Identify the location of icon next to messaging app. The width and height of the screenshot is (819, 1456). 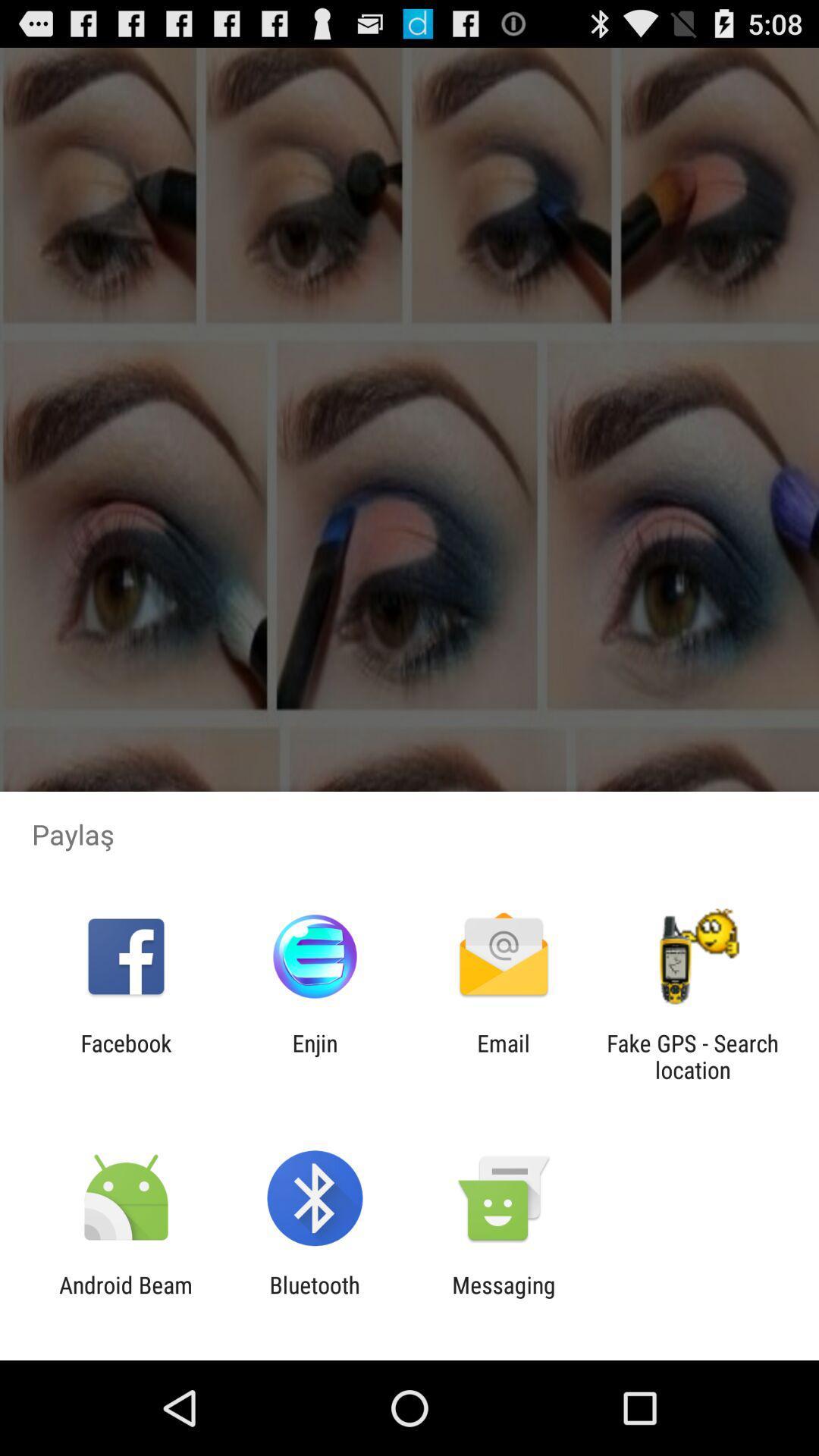
(314, 1298).